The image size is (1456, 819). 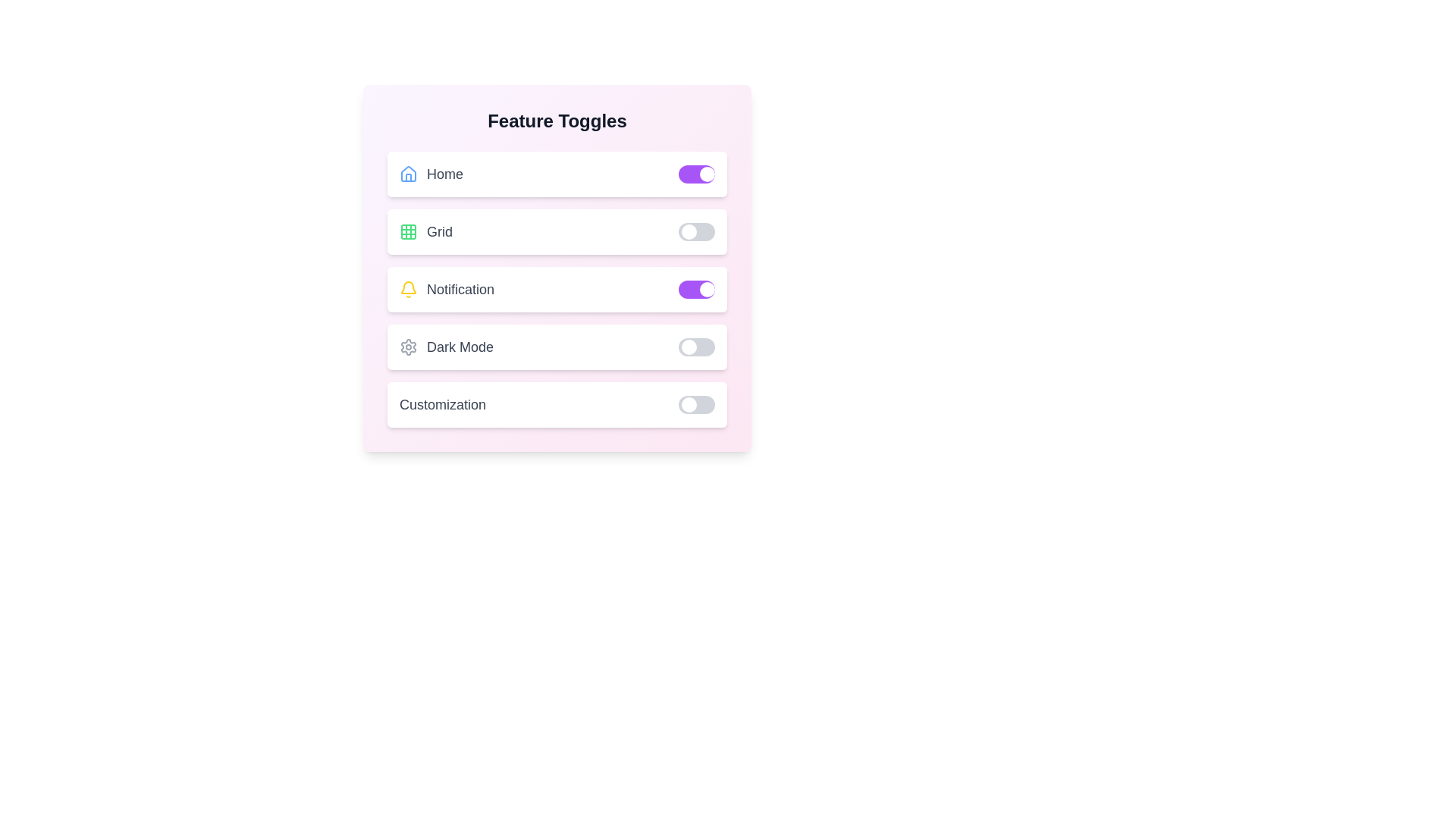 What do you see at coordinates (431, 174) in the screenshot?
I see `the 'Home' label with the house icon, which is the first element in the vertical list within the 'Feature Toggles' card` at bounding box center [431, 174].